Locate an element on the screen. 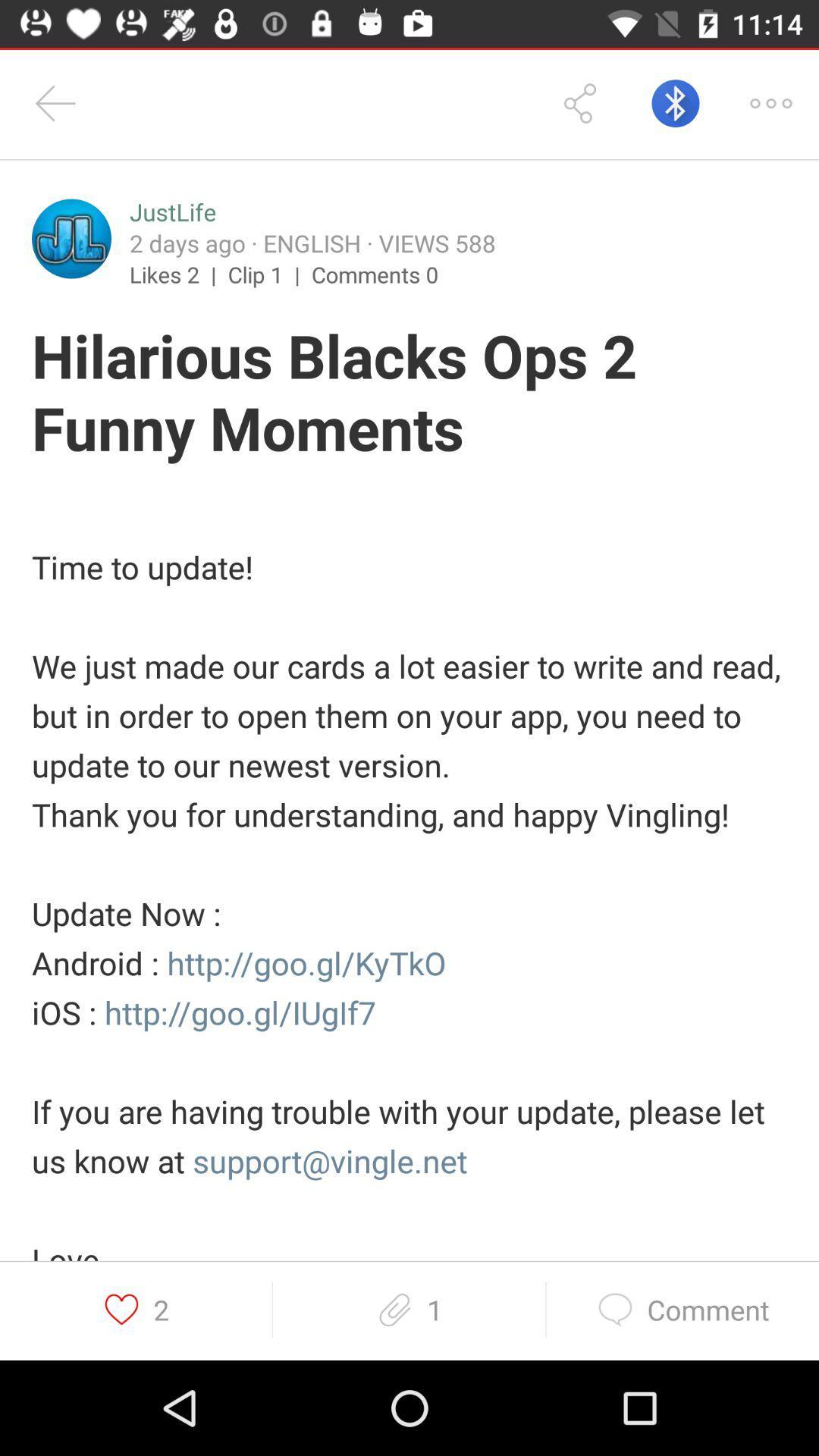  profile is located at coordinates (71, 238).